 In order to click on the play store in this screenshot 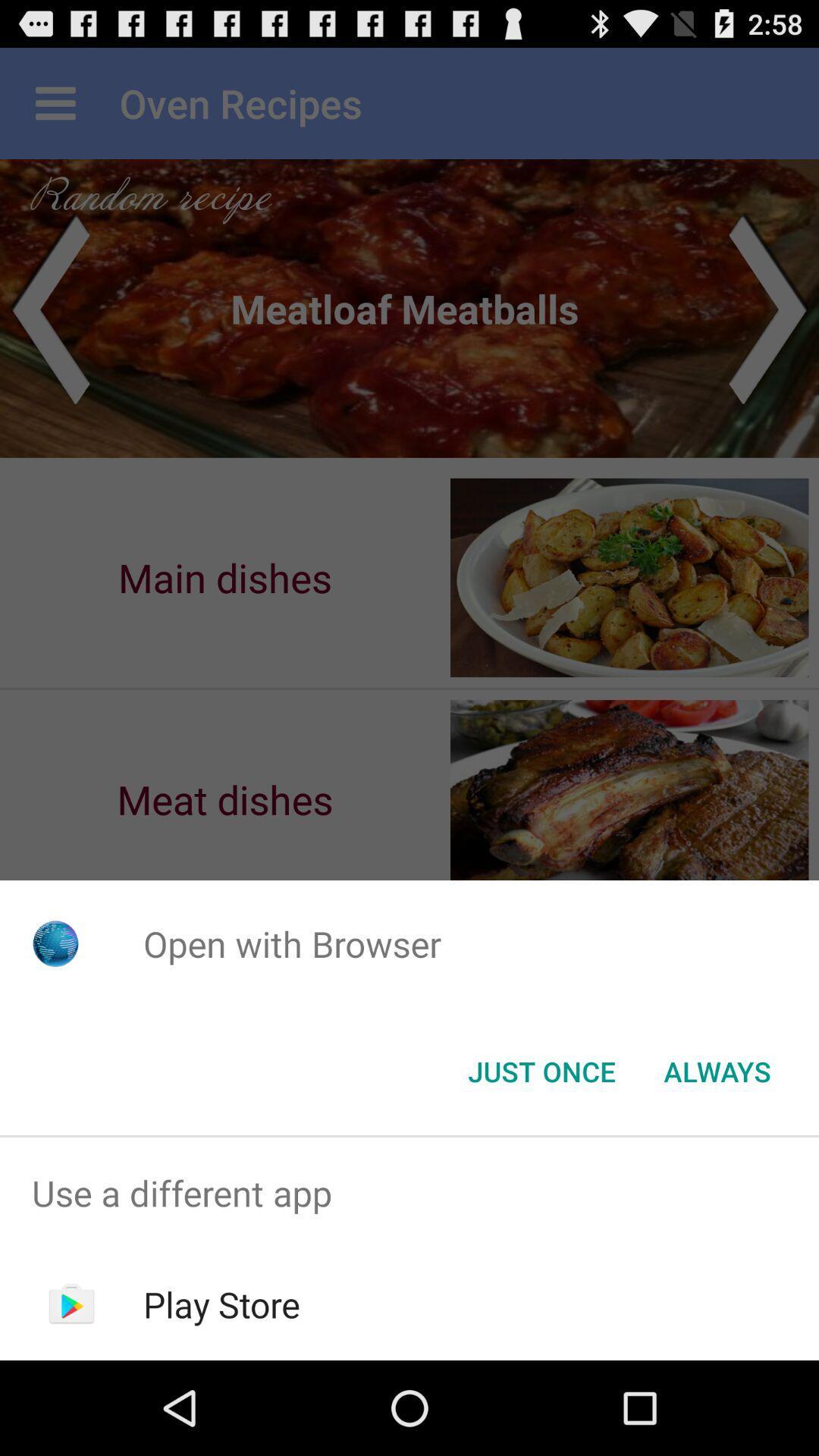, I will do `click(221, 1304)`.